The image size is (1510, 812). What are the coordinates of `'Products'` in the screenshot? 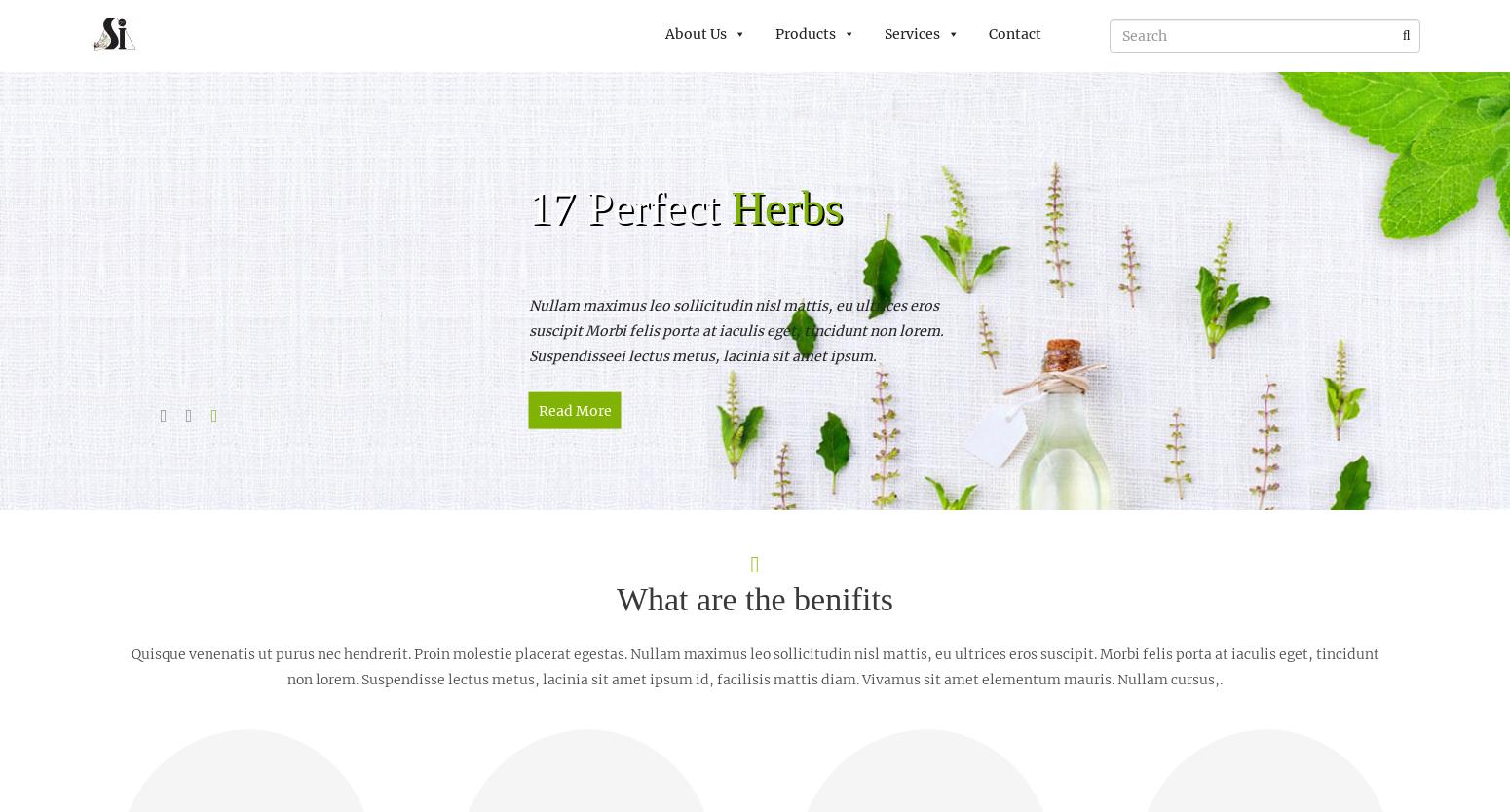 It's located at (803, 34).